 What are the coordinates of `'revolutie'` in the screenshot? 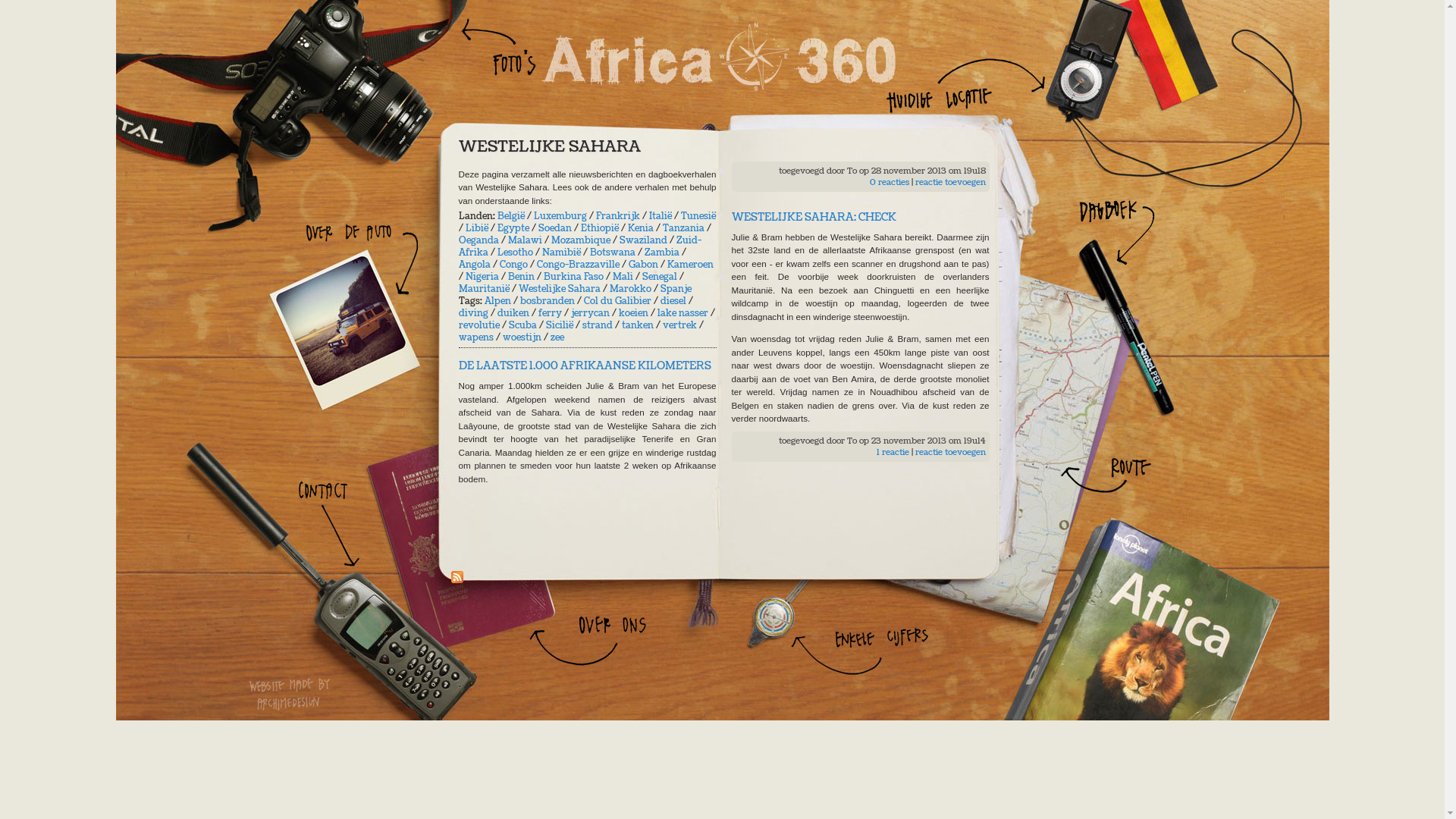 It's located at (477, 324).